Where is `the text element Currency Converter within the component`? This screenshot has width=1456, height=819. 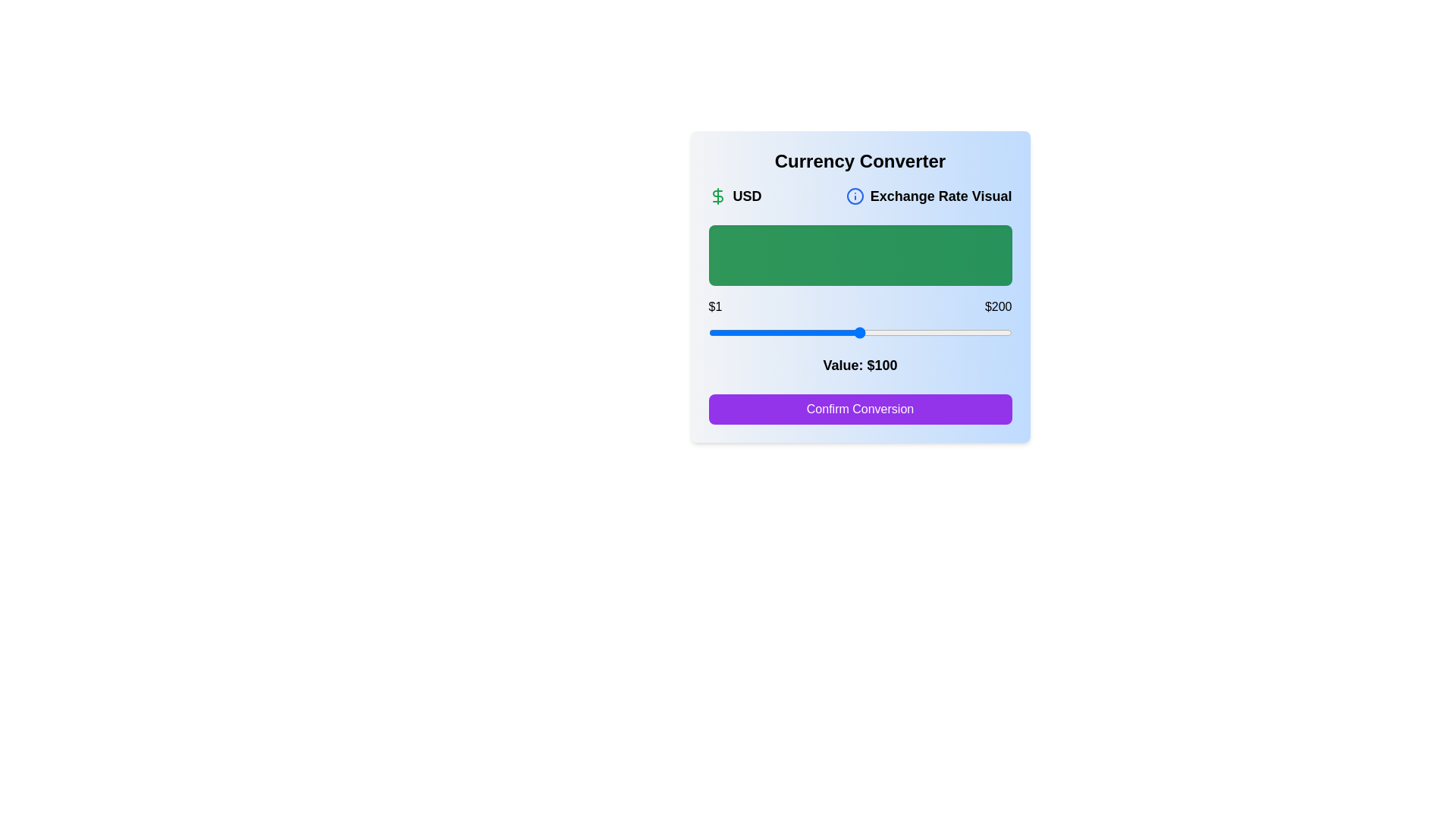
the text element Currency Converter within the component is located at coordinates (860, 161).